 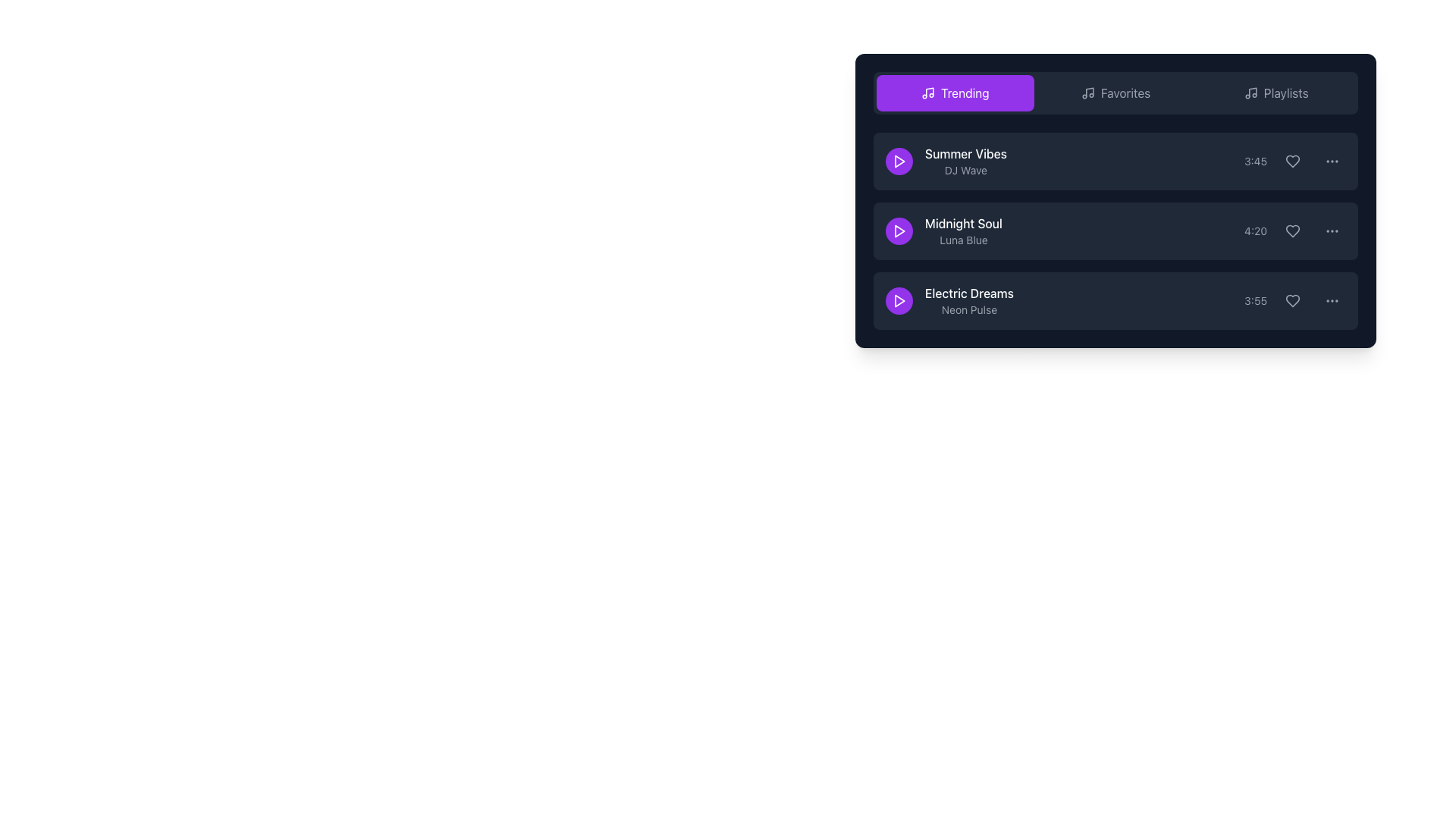 What do you see at coordinates (899, 231) in the screenshot?
I see `the circular button with a purple background and a white play icon, located to the left of the text 'Midnight Soul', to transition the background color` at bounding box center [899, 231].